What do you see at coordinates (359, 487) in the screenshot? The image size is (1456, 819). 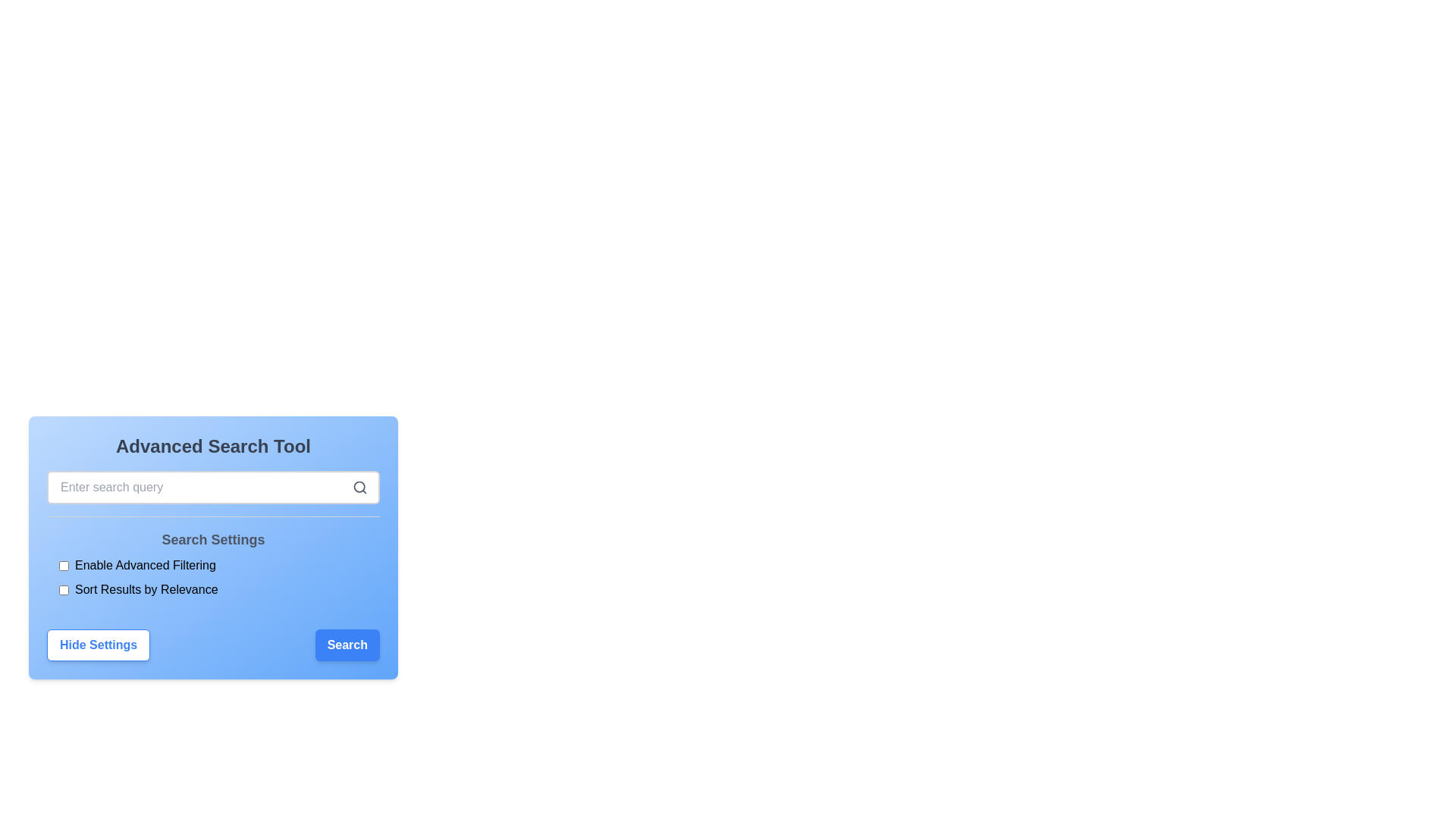 I see `the decorative lens icon of the search functionality, which is located at the leftmost part of the search icon` at bounding box center [359, 487].